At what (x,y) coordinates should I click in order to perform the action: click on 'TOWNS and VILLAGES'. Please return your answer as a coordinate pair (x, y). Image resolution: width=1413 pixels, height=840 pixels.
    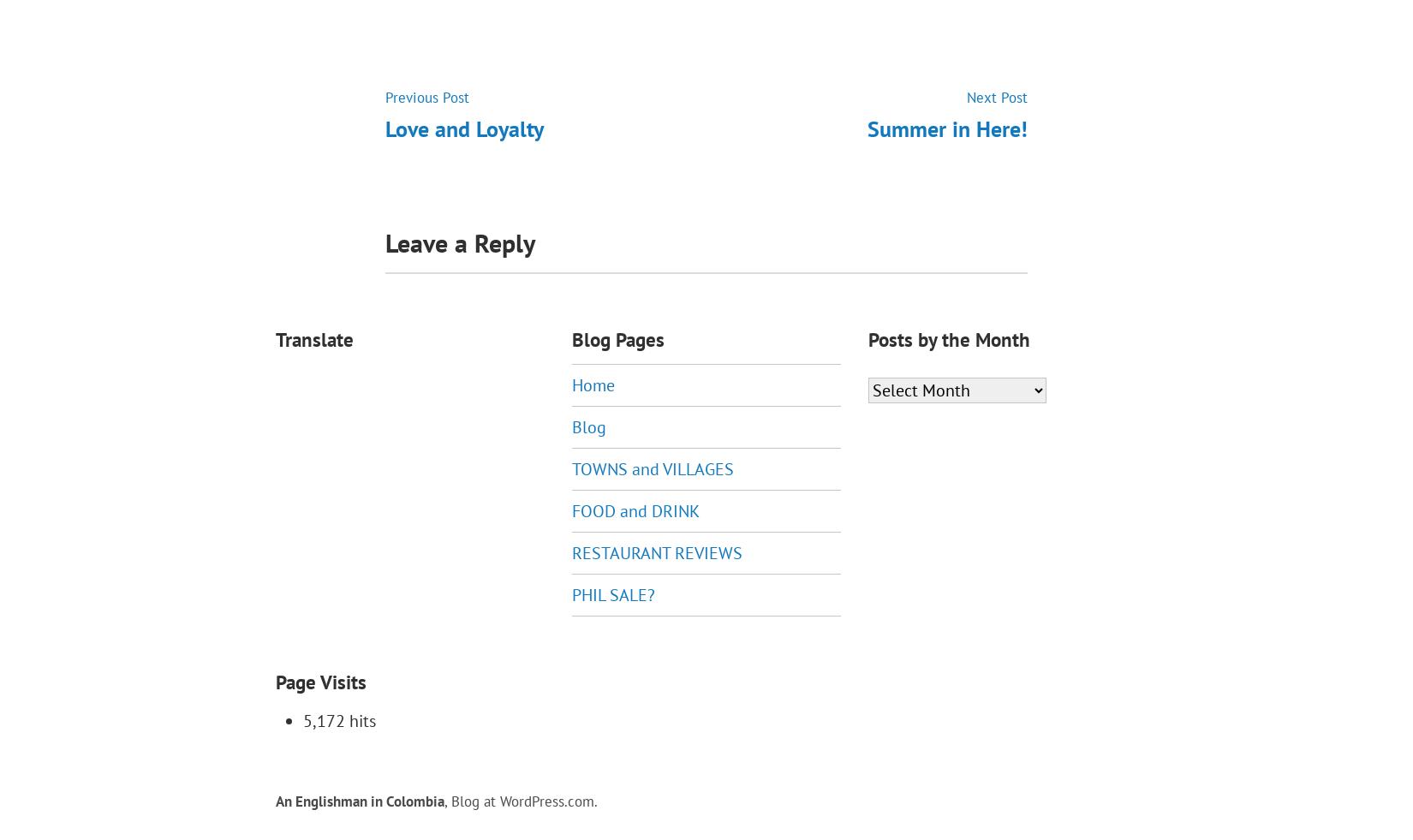
    Looking at the image, I should click on (570, 468).